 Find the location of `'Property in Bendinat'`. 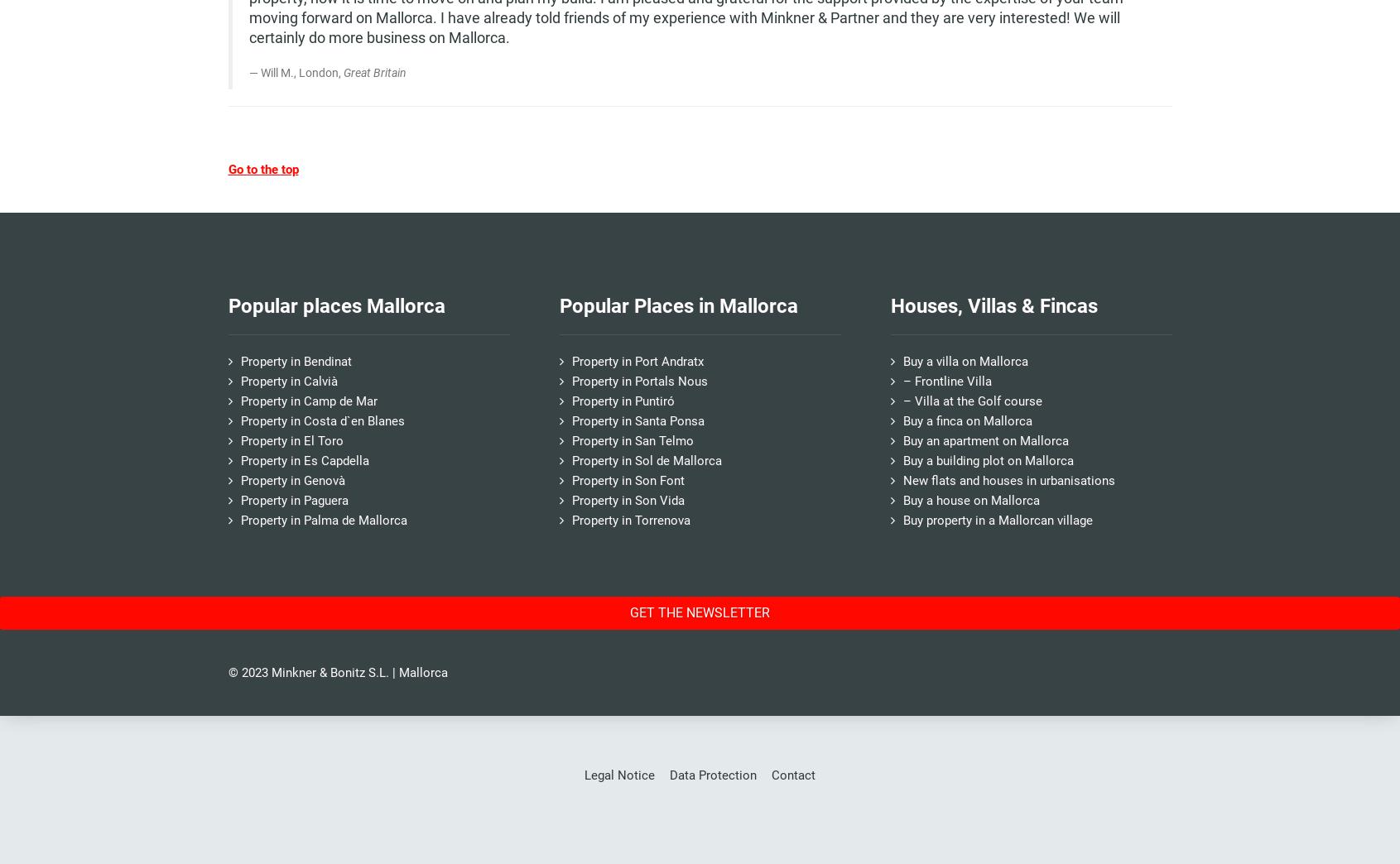

'Property in Bendinat' is located at coordinates (294, 359).